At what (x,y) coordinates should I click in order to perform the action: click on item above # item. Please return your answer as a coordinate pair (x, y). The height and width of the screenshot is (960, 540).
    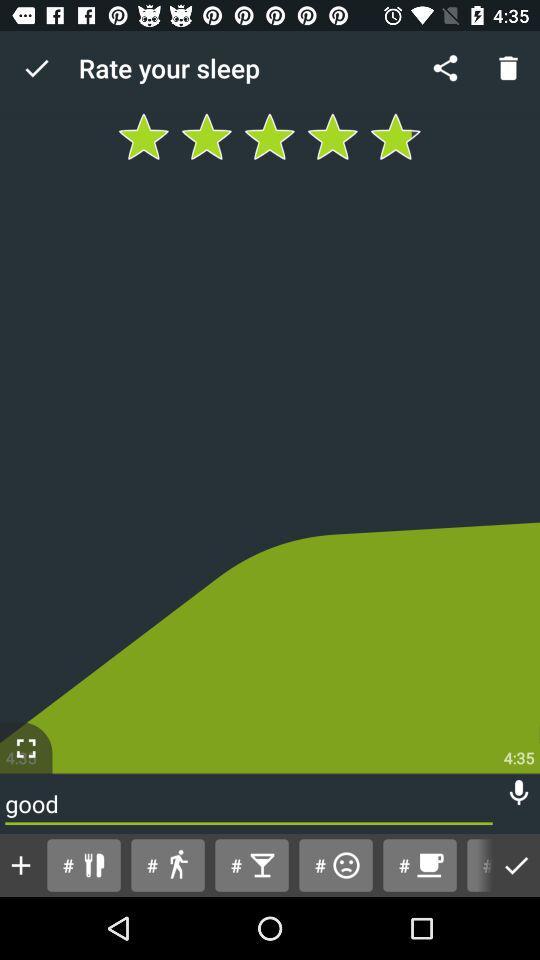
    Looking at the image, I should click on (518, 793).